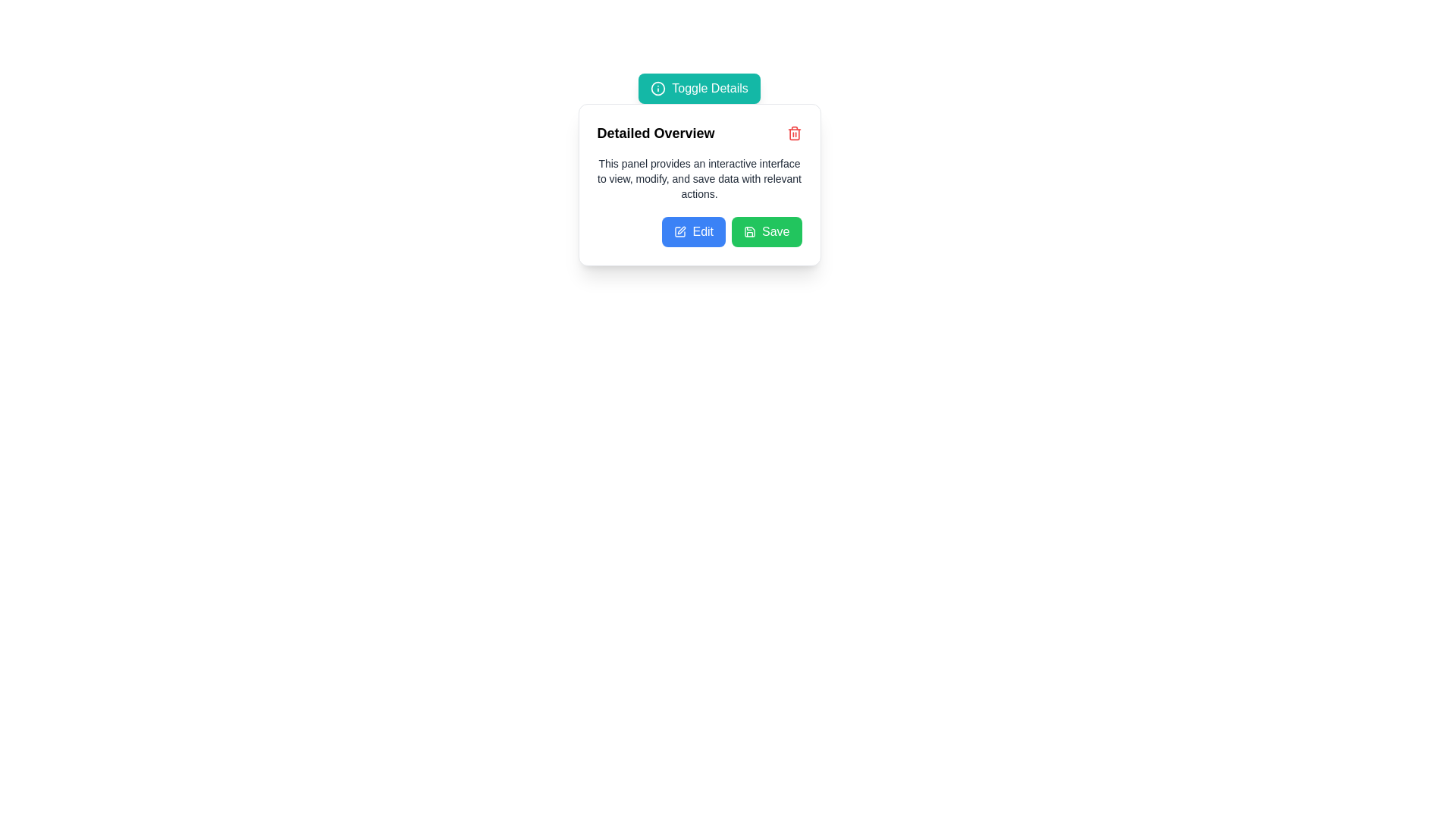 Image resolution: width=1456 pixels, height=819 pixels. What do you see at coordinates (693, 231) in the screenshot?
I see `the edit button located to the left of the 'Save' button, which triggers an edit mode for modifying settings` at bounding box center [693, 231].